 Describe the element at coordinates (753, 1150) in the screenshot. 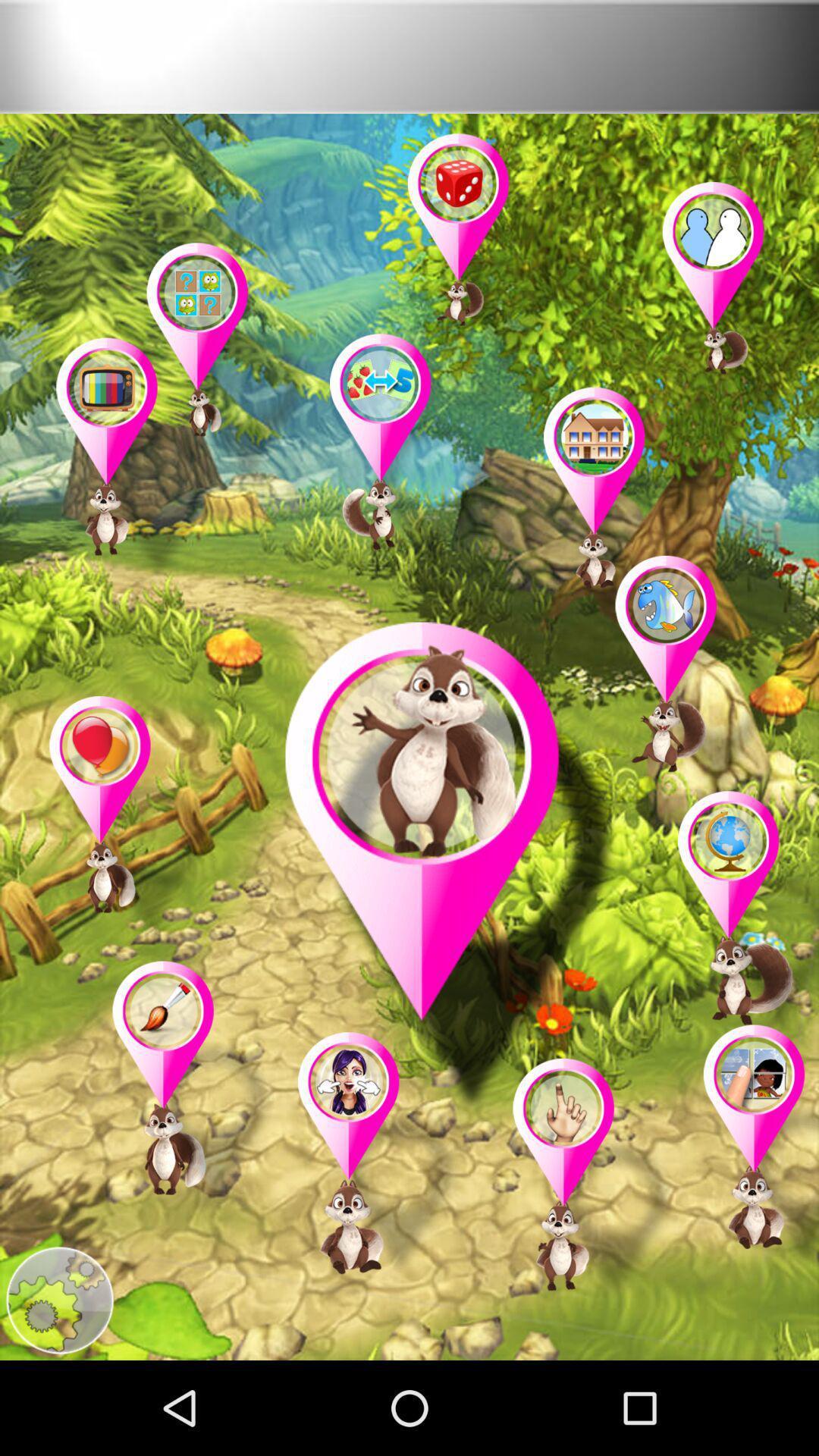

I see `picture option` at that location.